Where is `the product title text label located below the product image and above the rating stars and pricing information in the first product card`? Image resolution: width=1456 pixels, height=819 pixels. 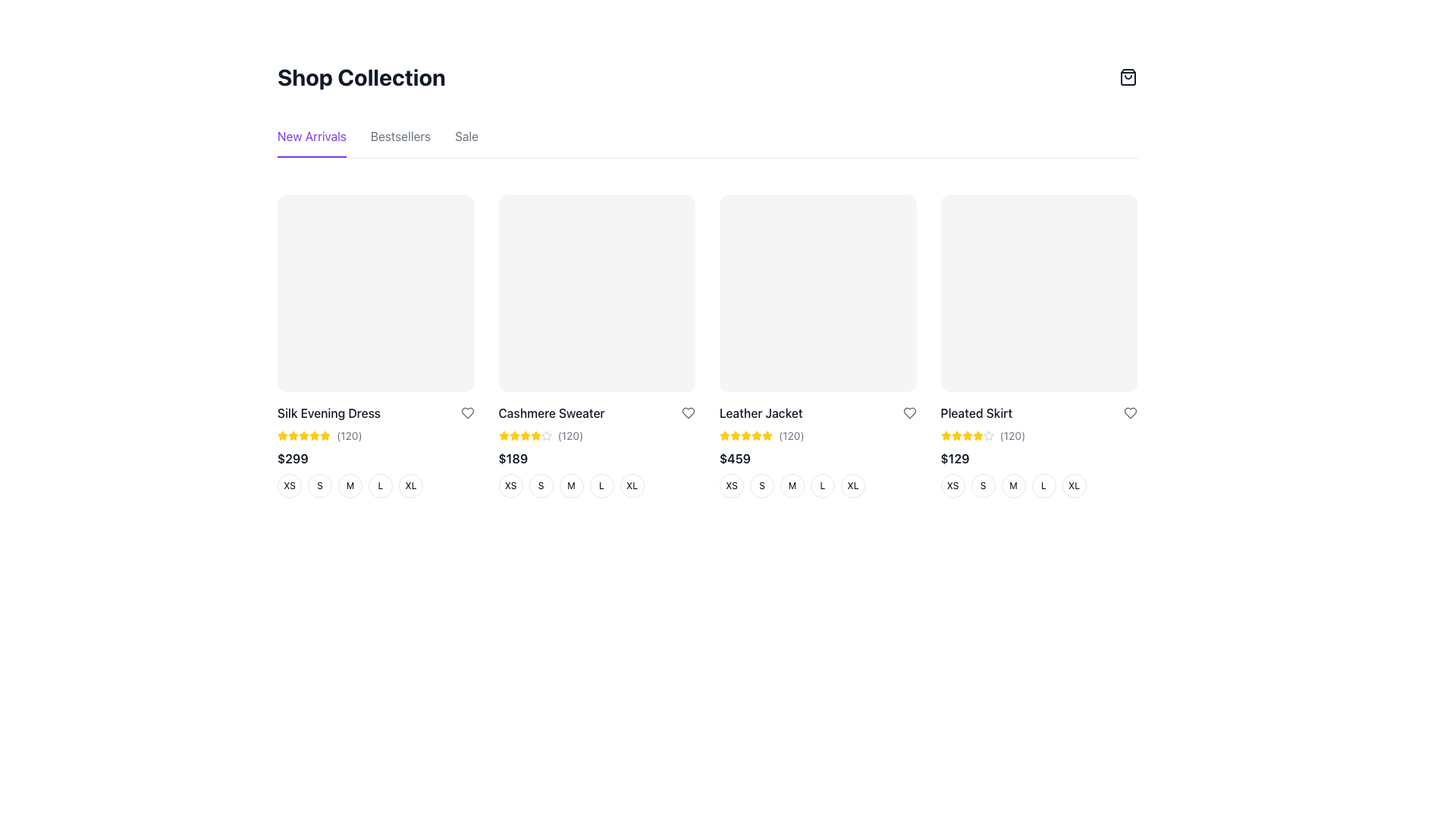
the product title text label located below the product image and above the rating stars and pricing information in the first product card is located at coordinates (375, 413).